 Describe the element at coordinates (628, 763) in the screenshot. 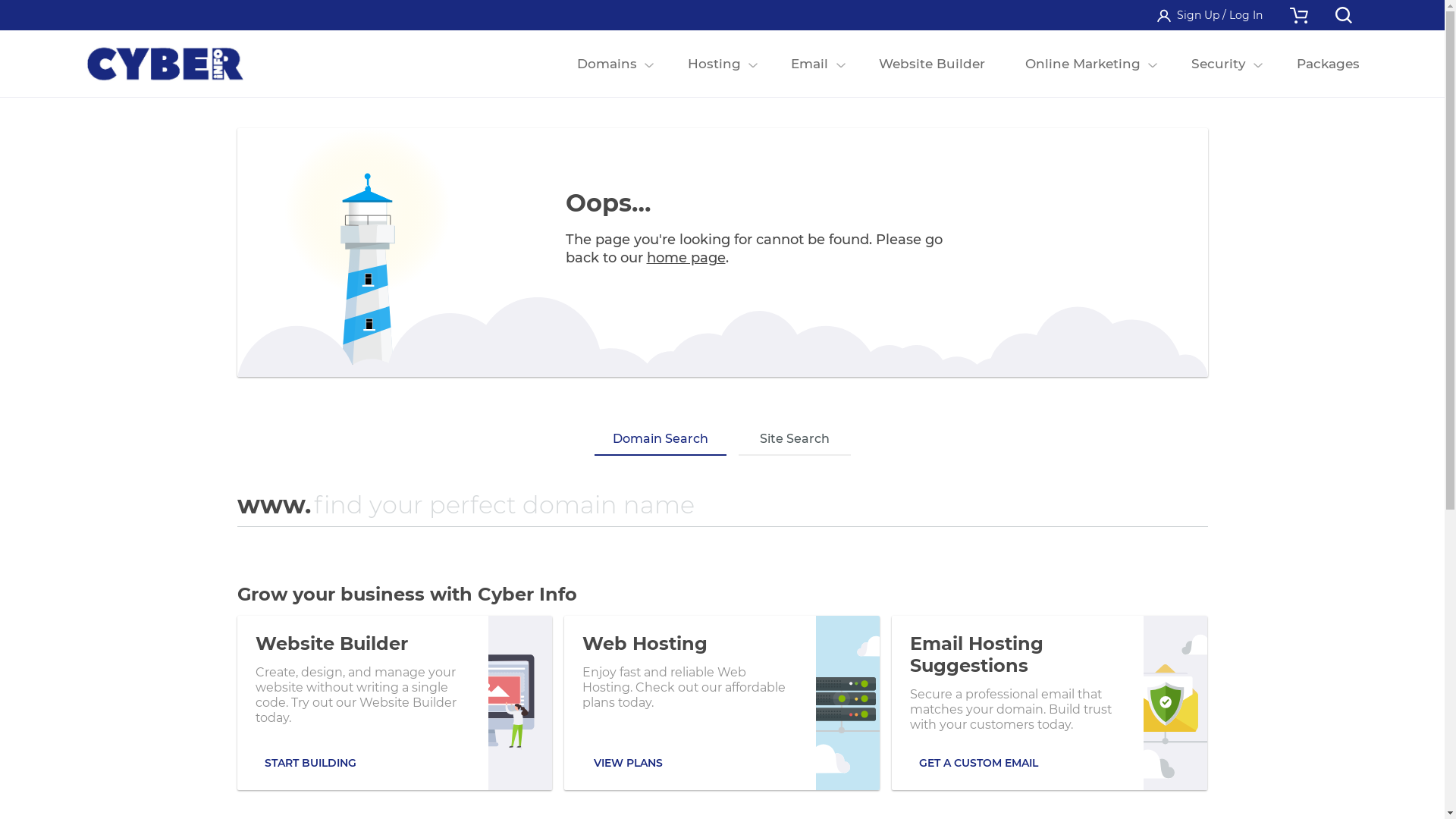

I see `'VIEW PLANS'` at that location.